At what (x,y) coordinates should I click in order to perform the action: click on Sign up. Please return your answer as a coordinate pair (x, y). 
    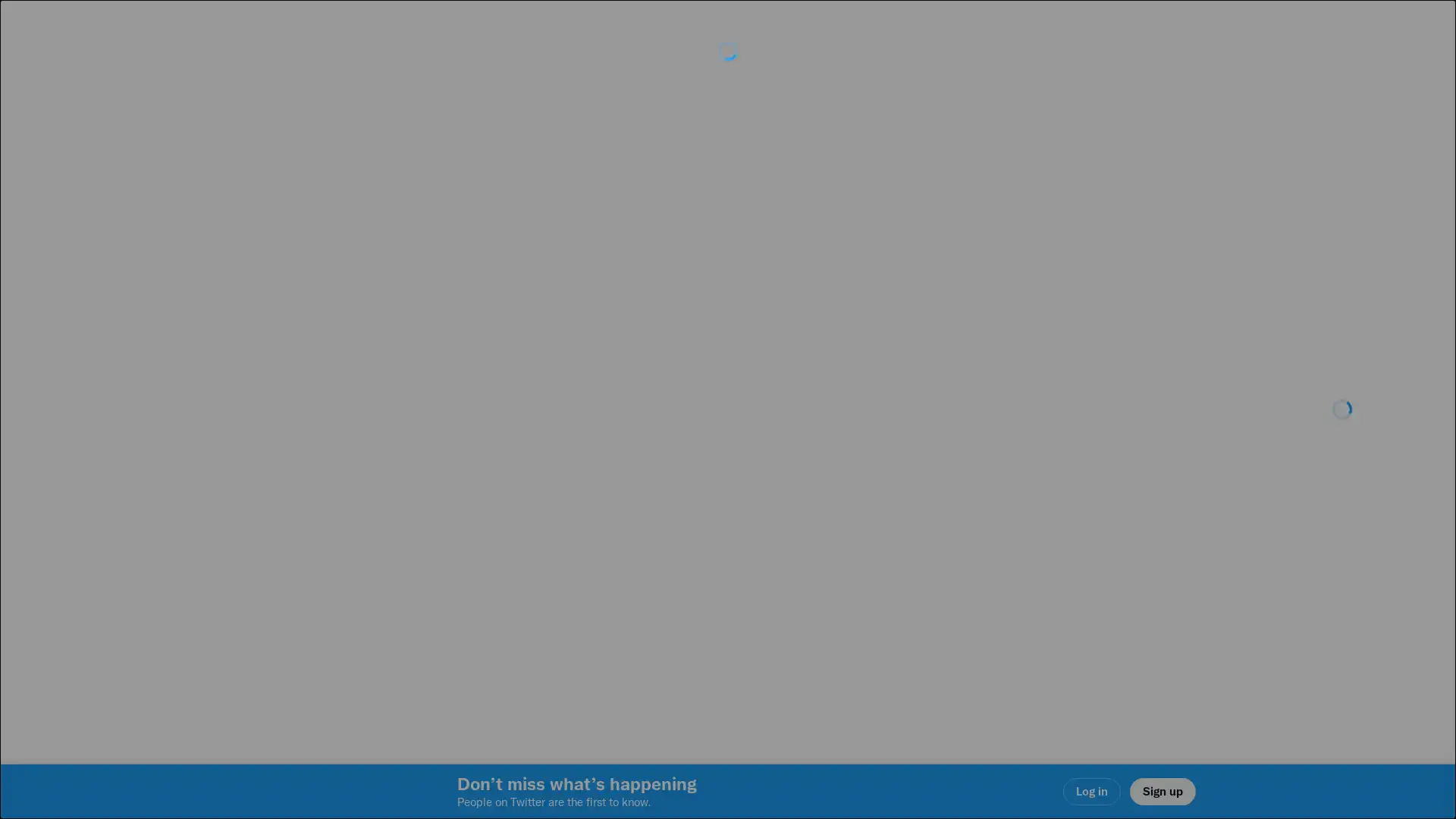
    Looking at the image, I should click on (548, 516).